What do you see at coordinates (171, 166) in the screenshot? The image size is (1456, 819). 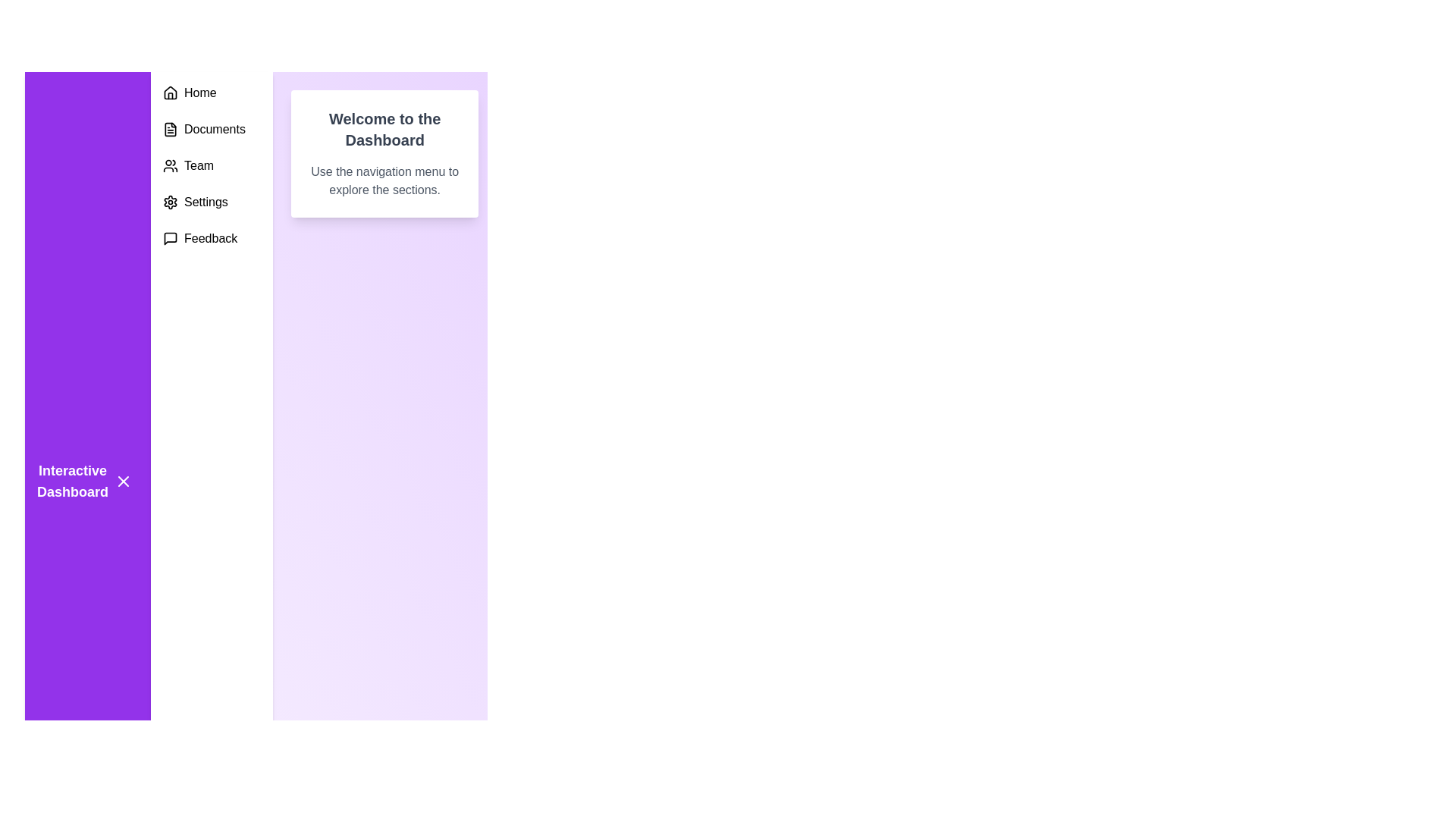 I see `the 'Team' icon in the vertical navigation menu` at bounding box center [171, 166].